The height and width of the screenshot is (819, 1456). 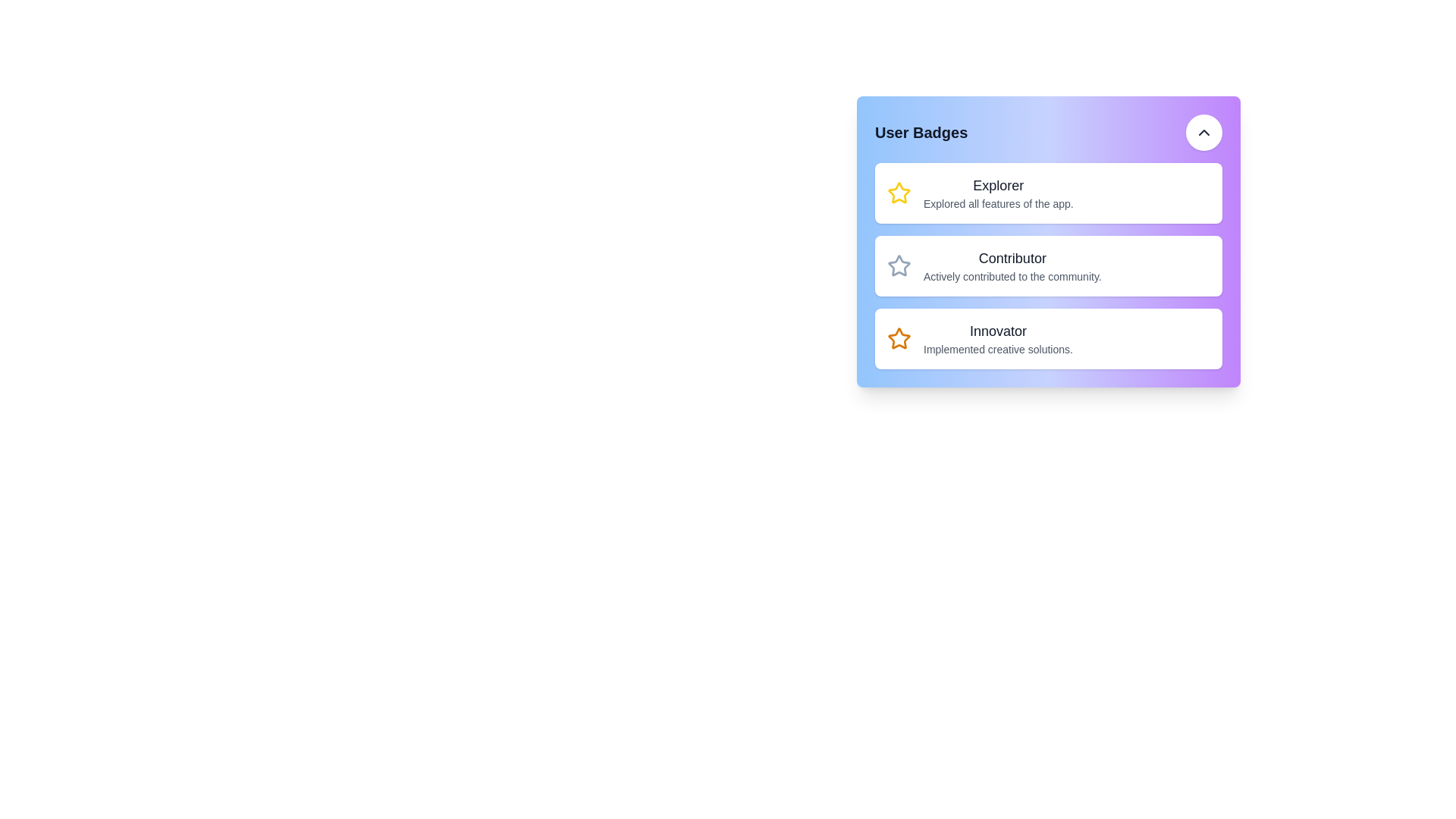 I want to click on the 'Contributor' text block which is the second item in the 'User Badges' section, positioned between 'Explorer' and 'Innovator', so click(x=1012, y=265).